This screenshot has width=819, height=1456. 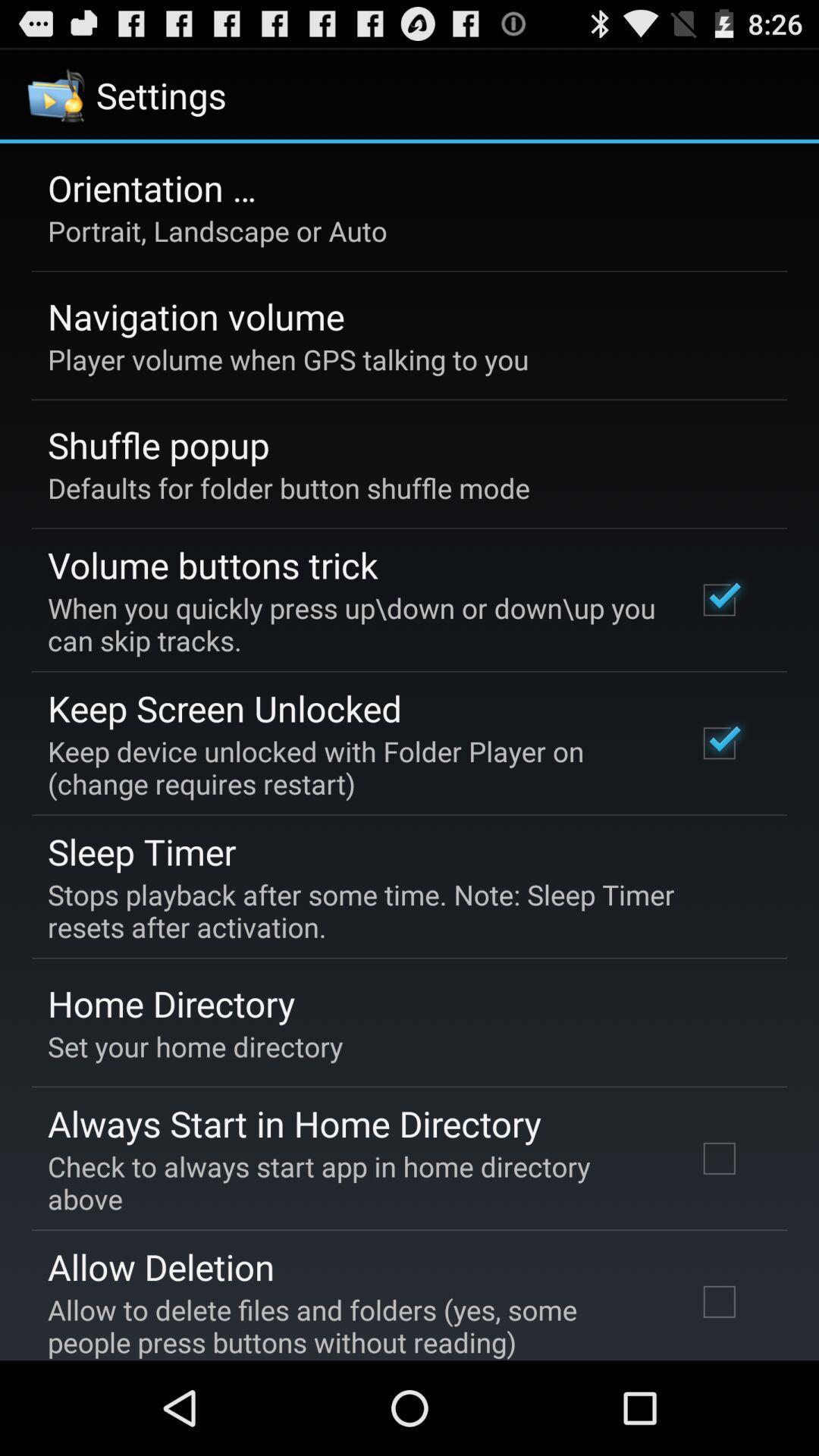 What do you see at coordinates (195, 315) in the screenshot?
I see `the navigation volume icon` at bounding box center [195, 315].